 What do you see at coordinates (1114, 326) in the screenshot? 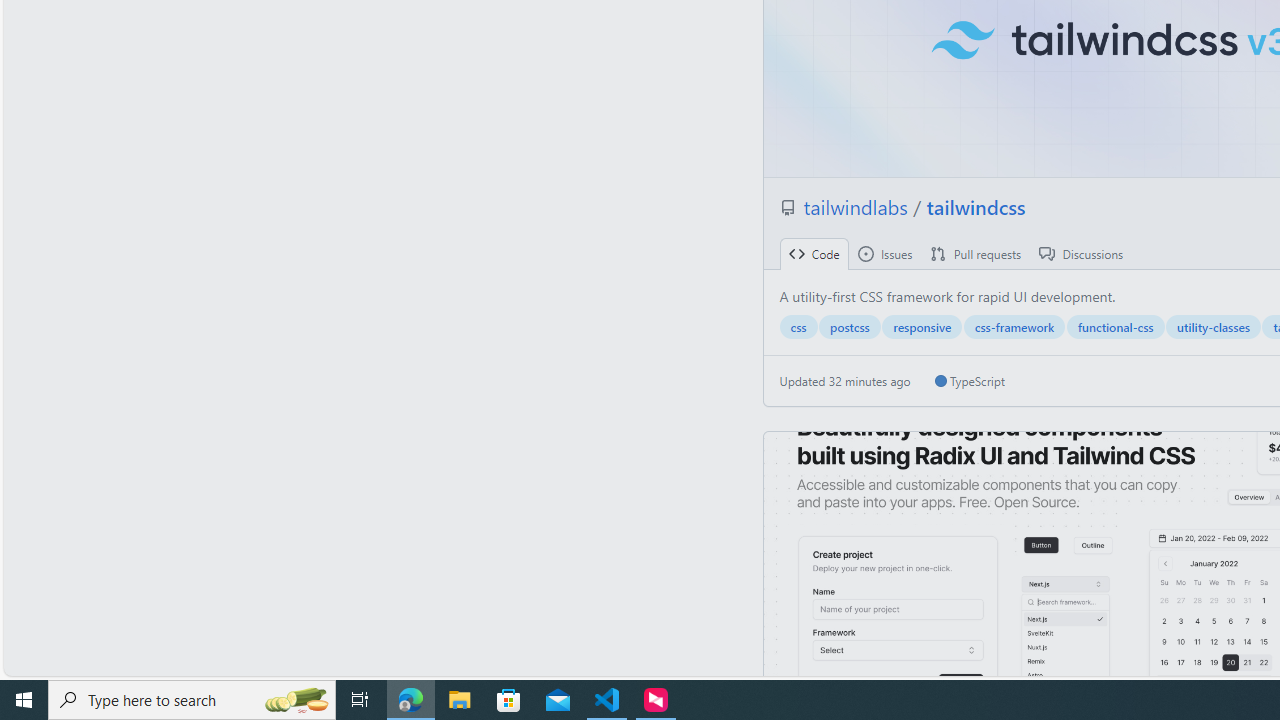
I see `'functional-css'` at bounding box center [1114, 326].